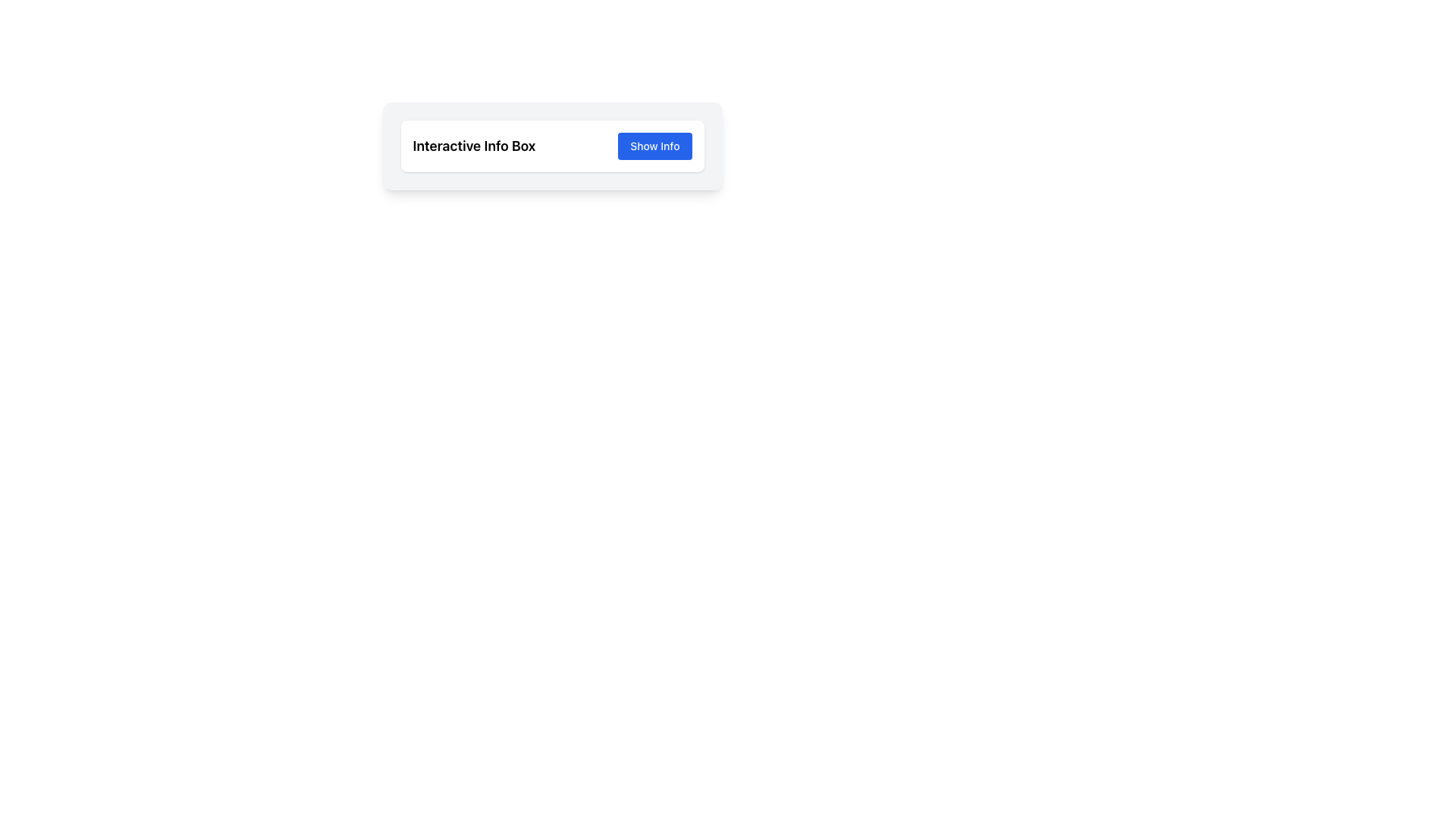 This screenshot has width=1456, height=819. Describe the element at coordinates (655, 146) in the screenshot. I see `the blue button labeled 'Show Info' to check for the appearance of a tooltip` at that location.